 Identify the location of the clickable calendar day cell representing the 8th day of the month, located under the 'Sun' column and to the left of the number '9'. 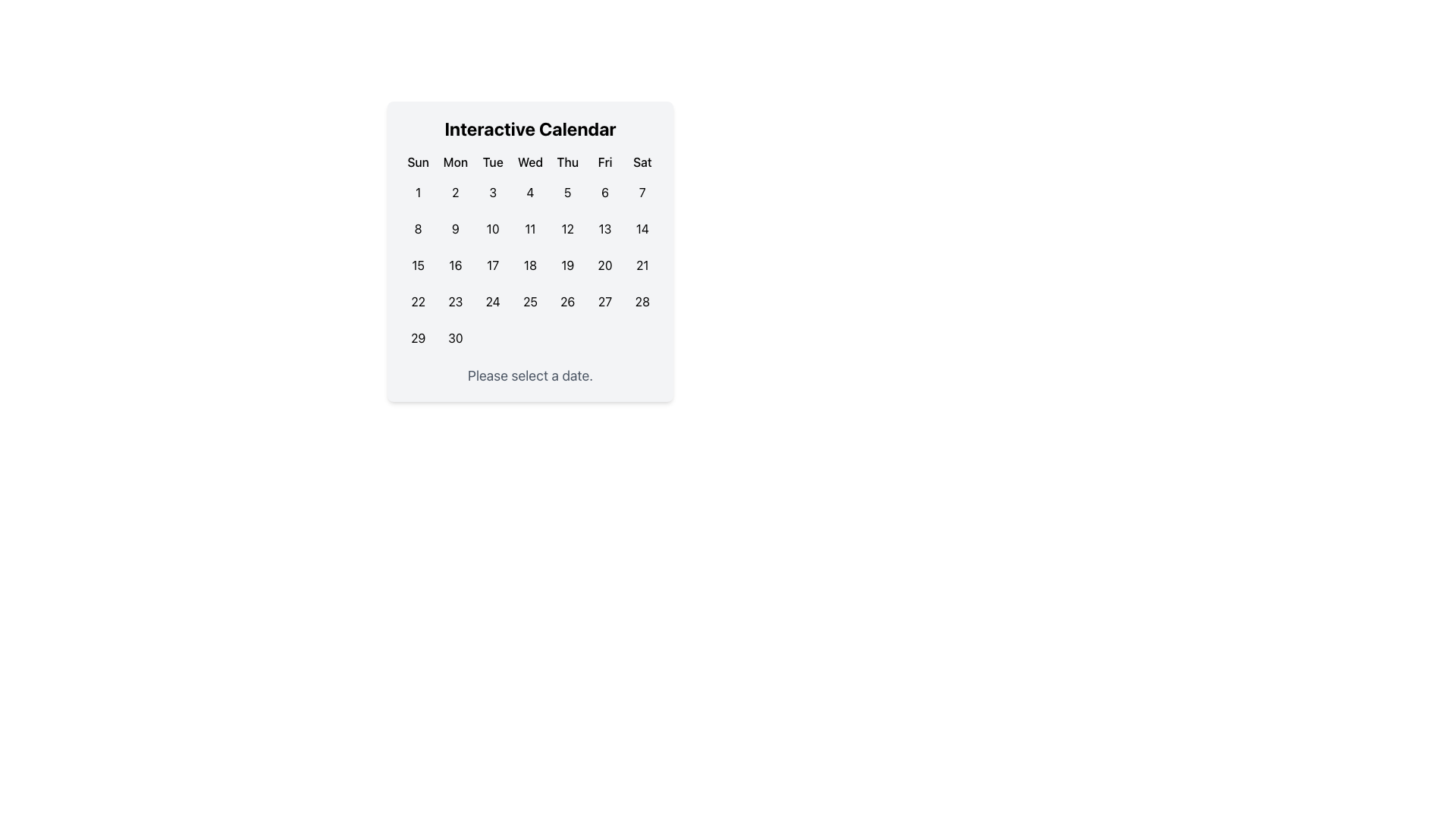
(418, 228).